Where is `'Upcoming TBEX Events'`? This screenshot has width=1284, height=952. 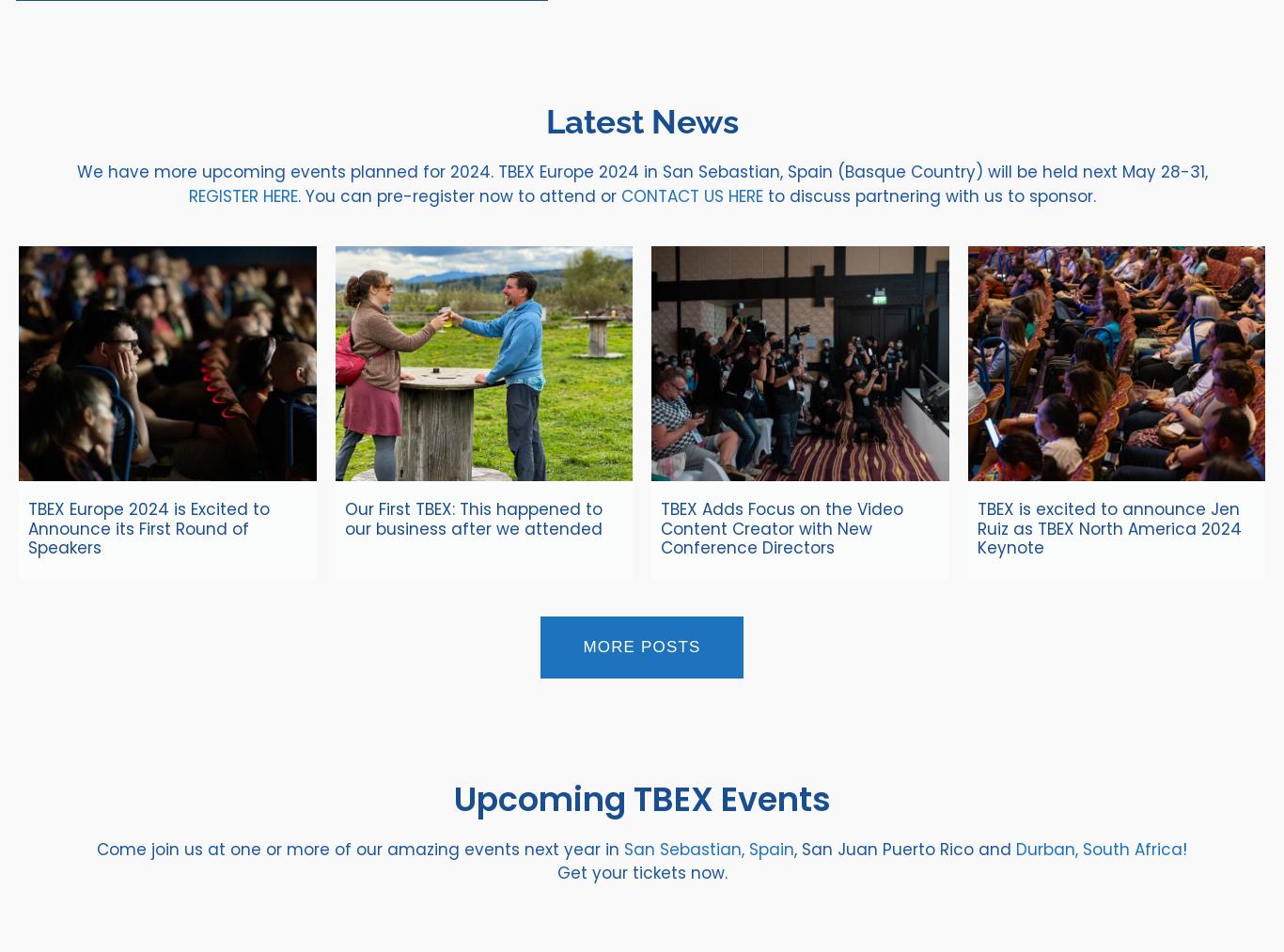 'Upcoming TBEX Events' is located at coordinates (640, 797).